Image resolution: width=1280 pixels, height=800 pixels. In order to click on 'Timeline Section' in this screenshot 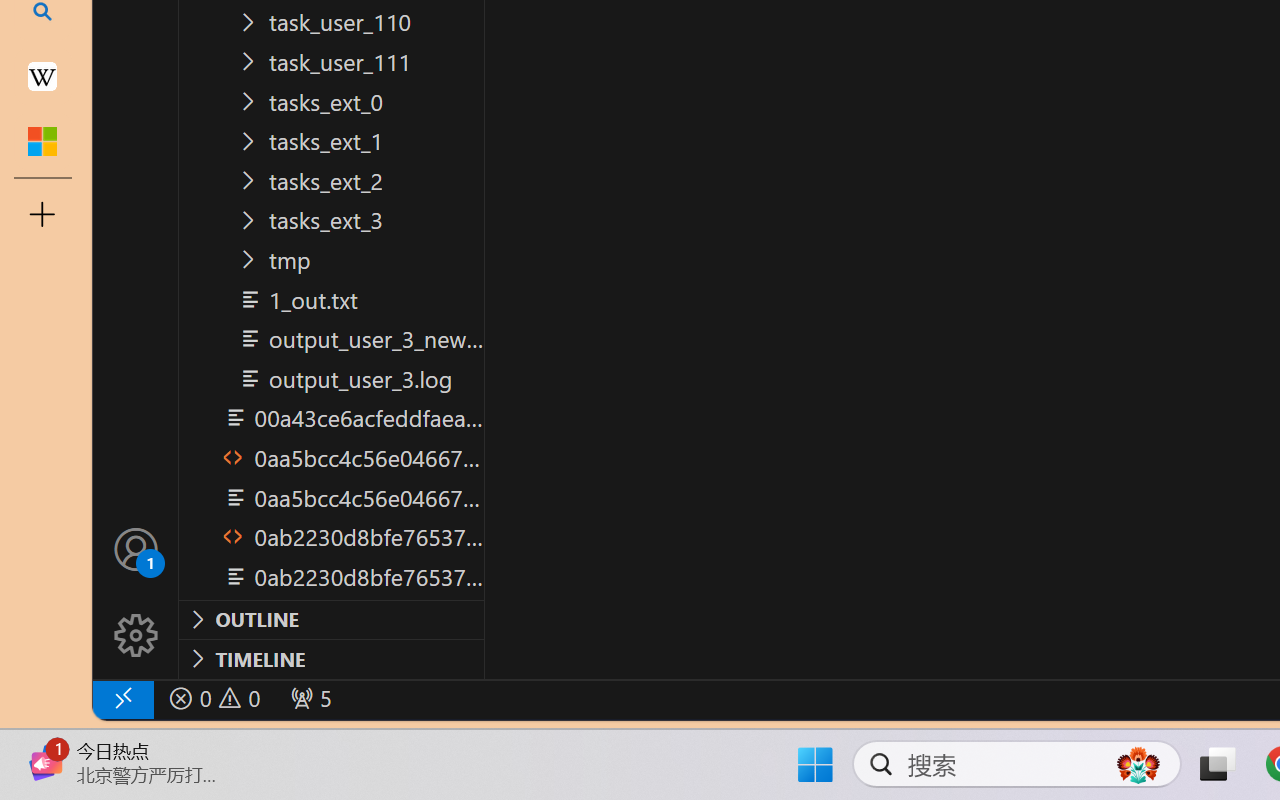, I will do `click(331, 657)`.